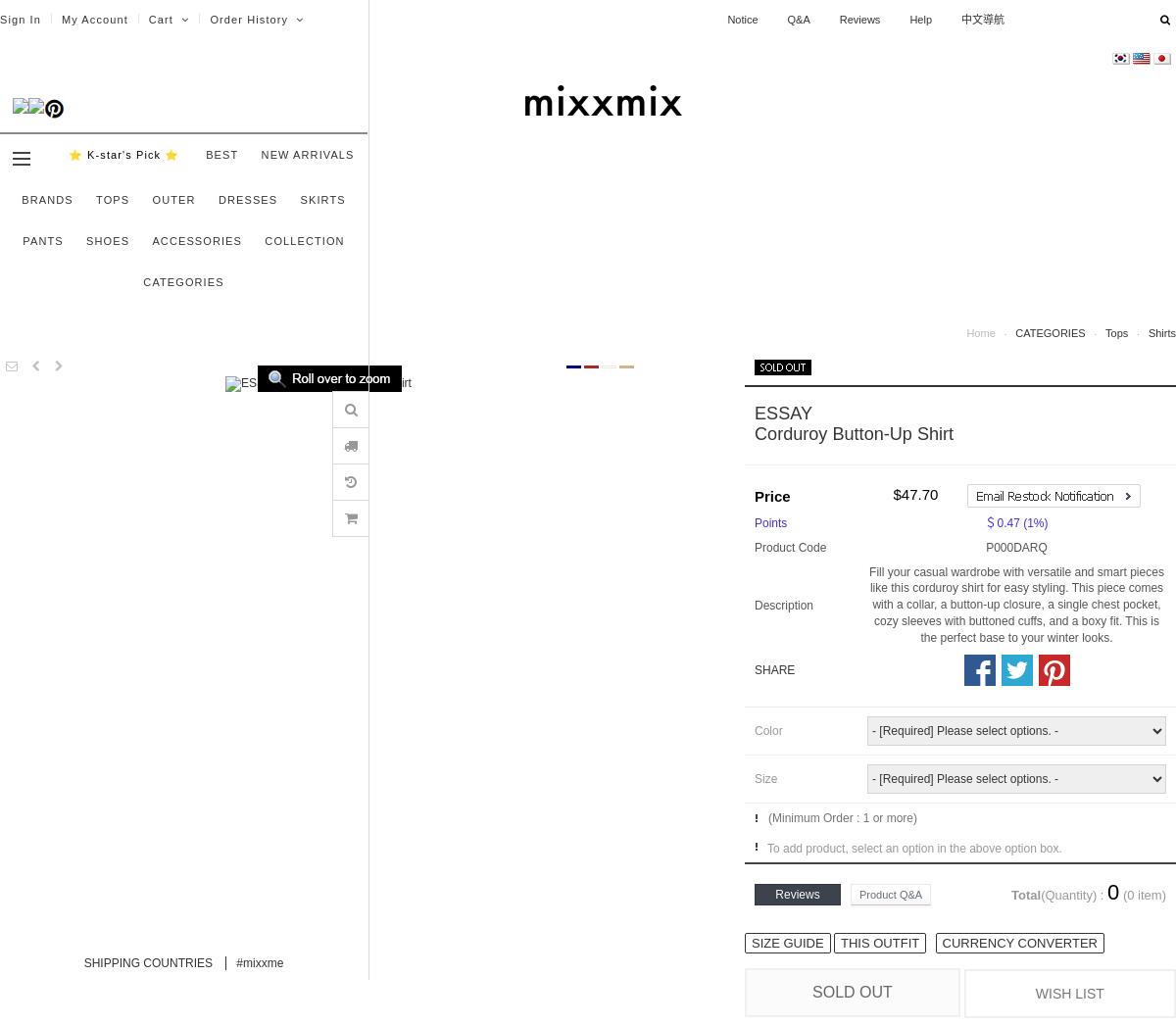 This screenshot has width=1176, height=1025. What do you see at coordinates (914, 847) in the screenshot?
I see `'To add product, select an option in the above option box.'` at bounding box center [914, 847].